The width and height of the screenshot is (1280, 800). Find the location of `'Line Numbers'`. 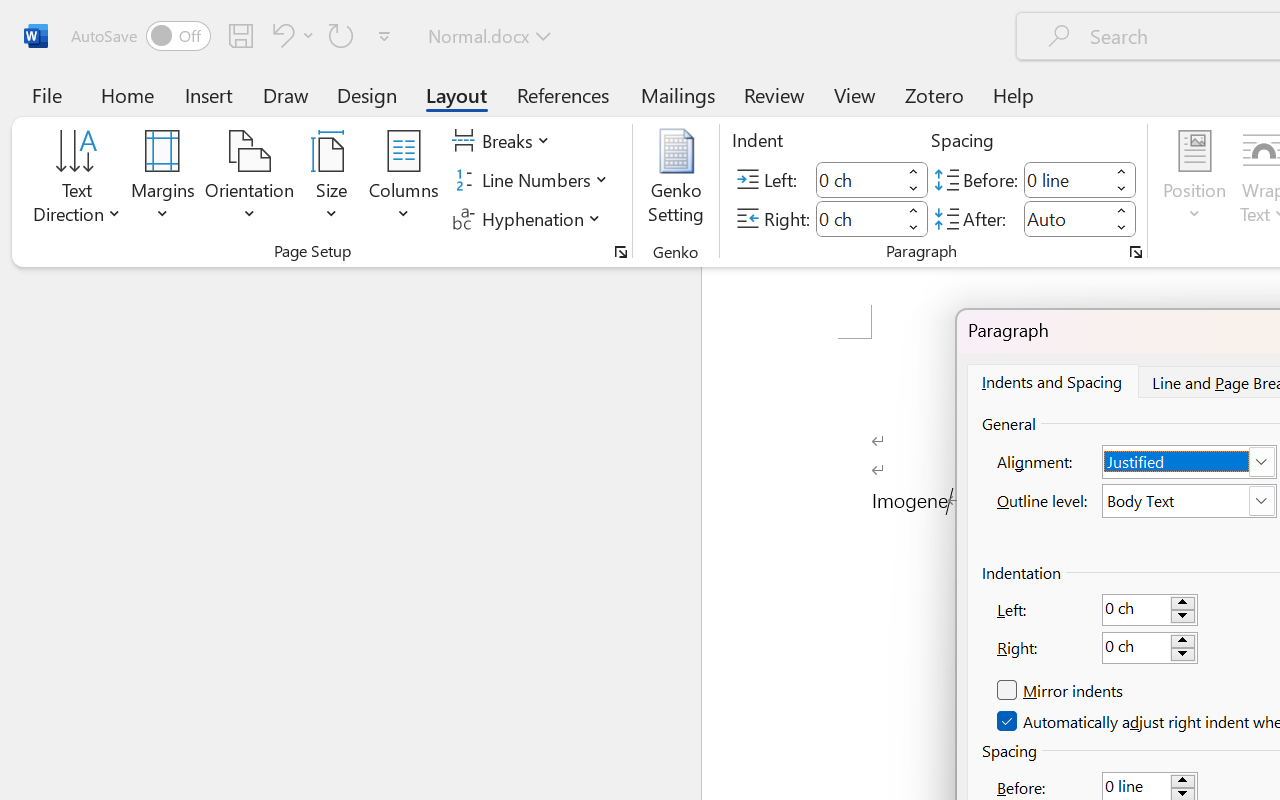

'Line Numbers' is located at coordinates (533, 179).